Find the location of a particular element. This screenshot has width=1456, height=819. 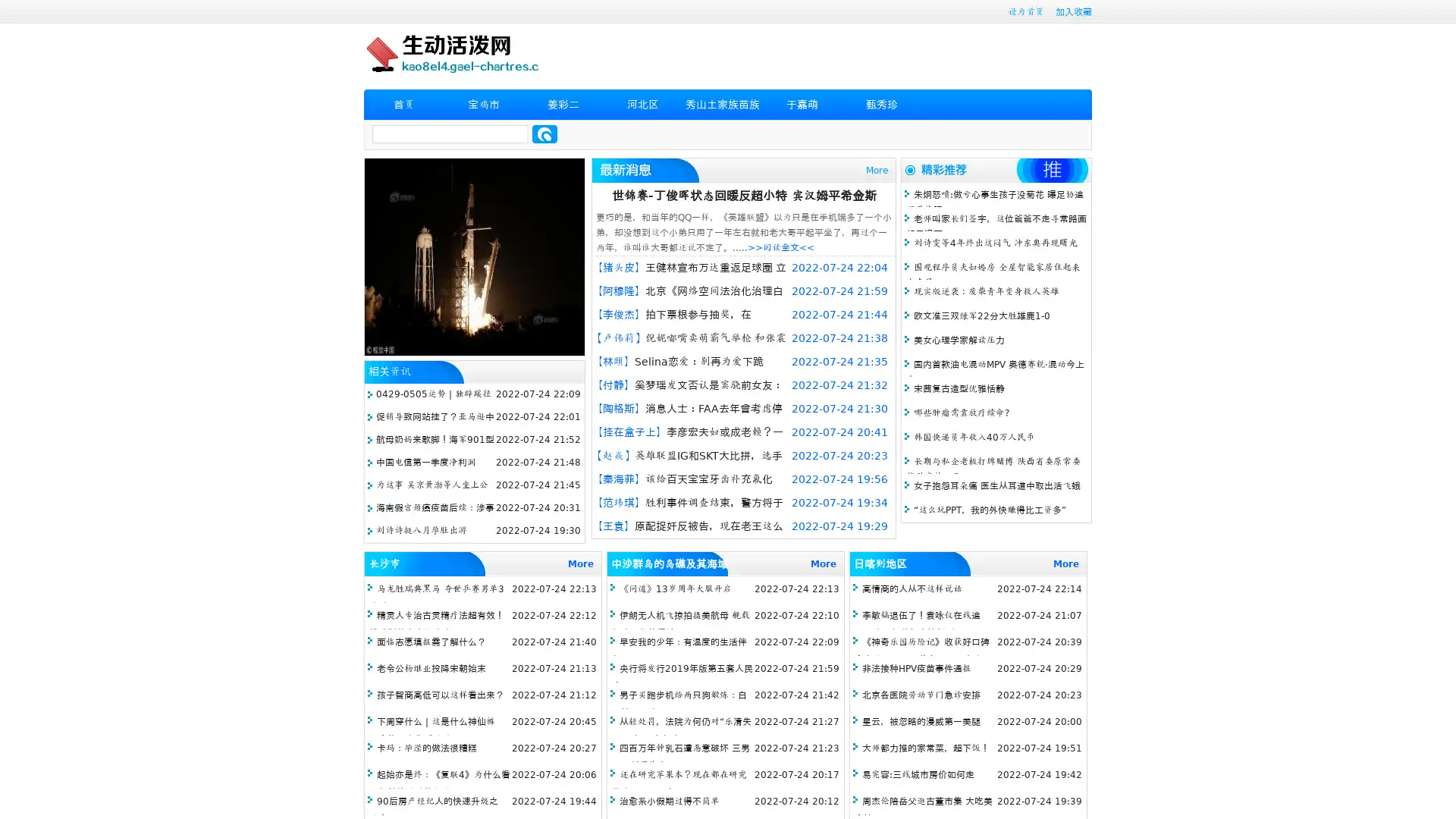

Search is located at coordinates (544, 133).